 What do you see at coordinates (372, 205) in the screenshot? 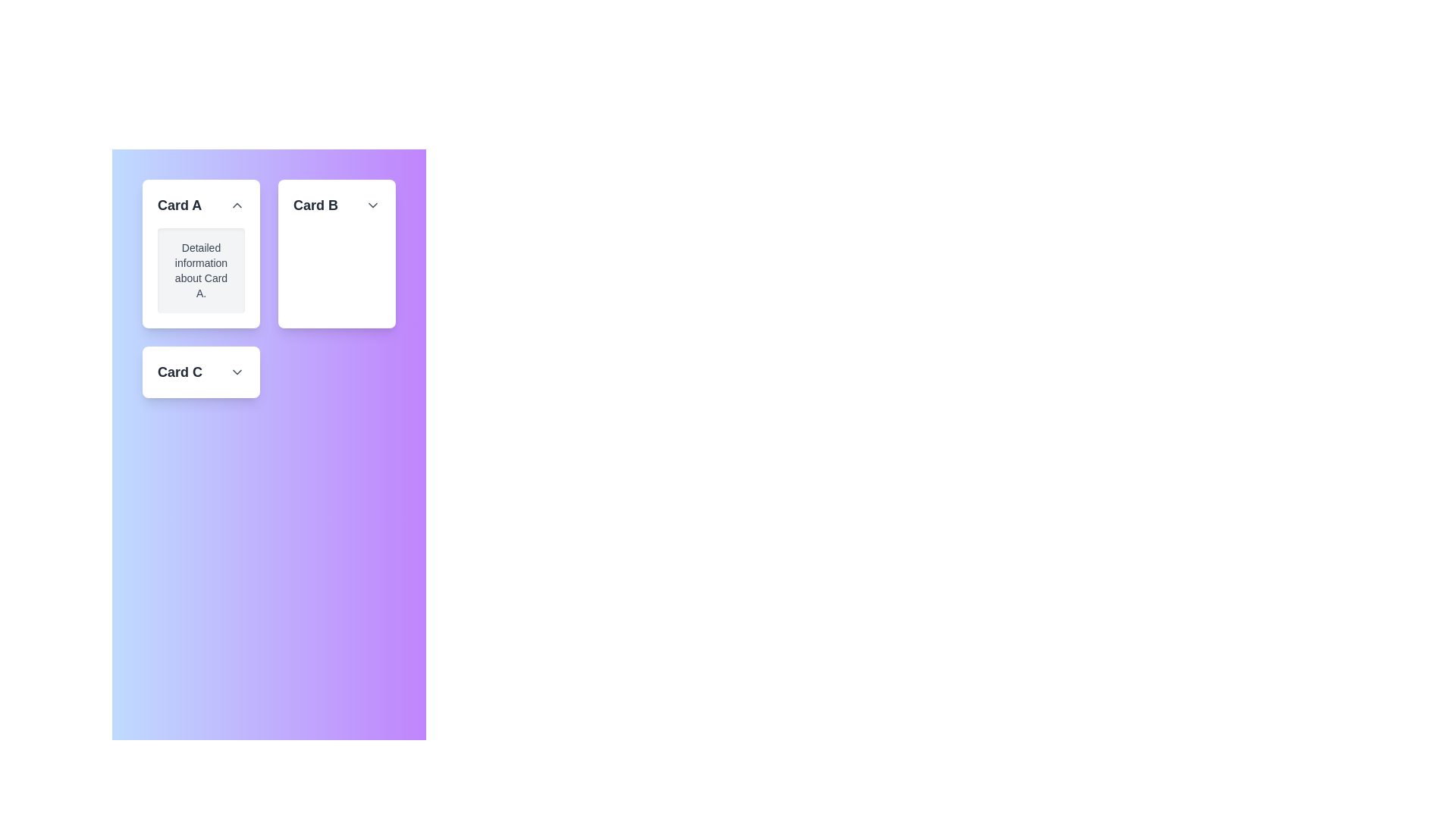
I see `the chevron arrow icon located in the upper-right corner of 'Card B'` at bounding box center [372, 205].